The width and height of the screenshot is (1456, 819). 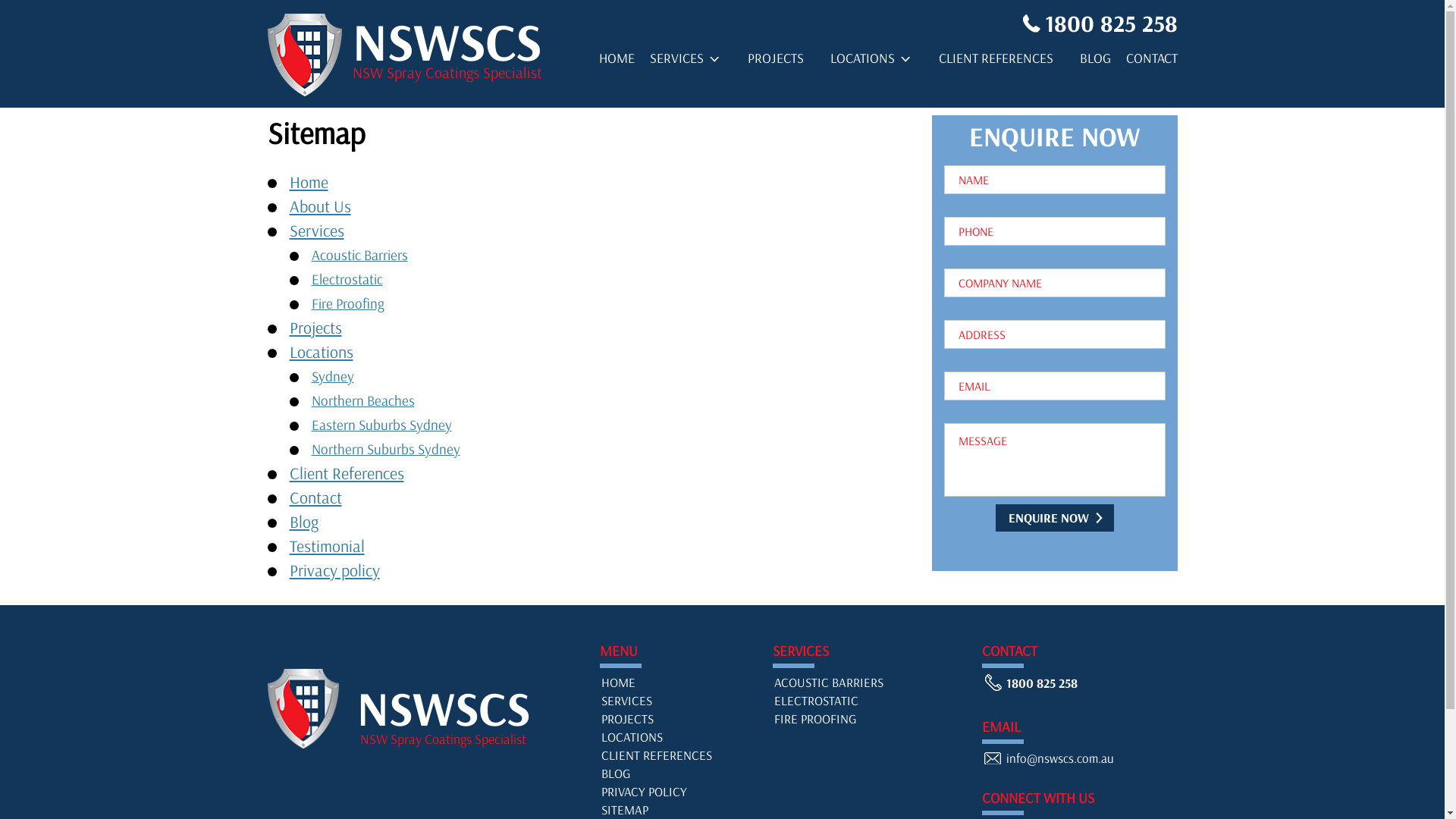 What do you see at coordinates (389, 424) in the screenshot?
I see `'Eastern Suburbs Sydney'` at bounding box center [389, 424].